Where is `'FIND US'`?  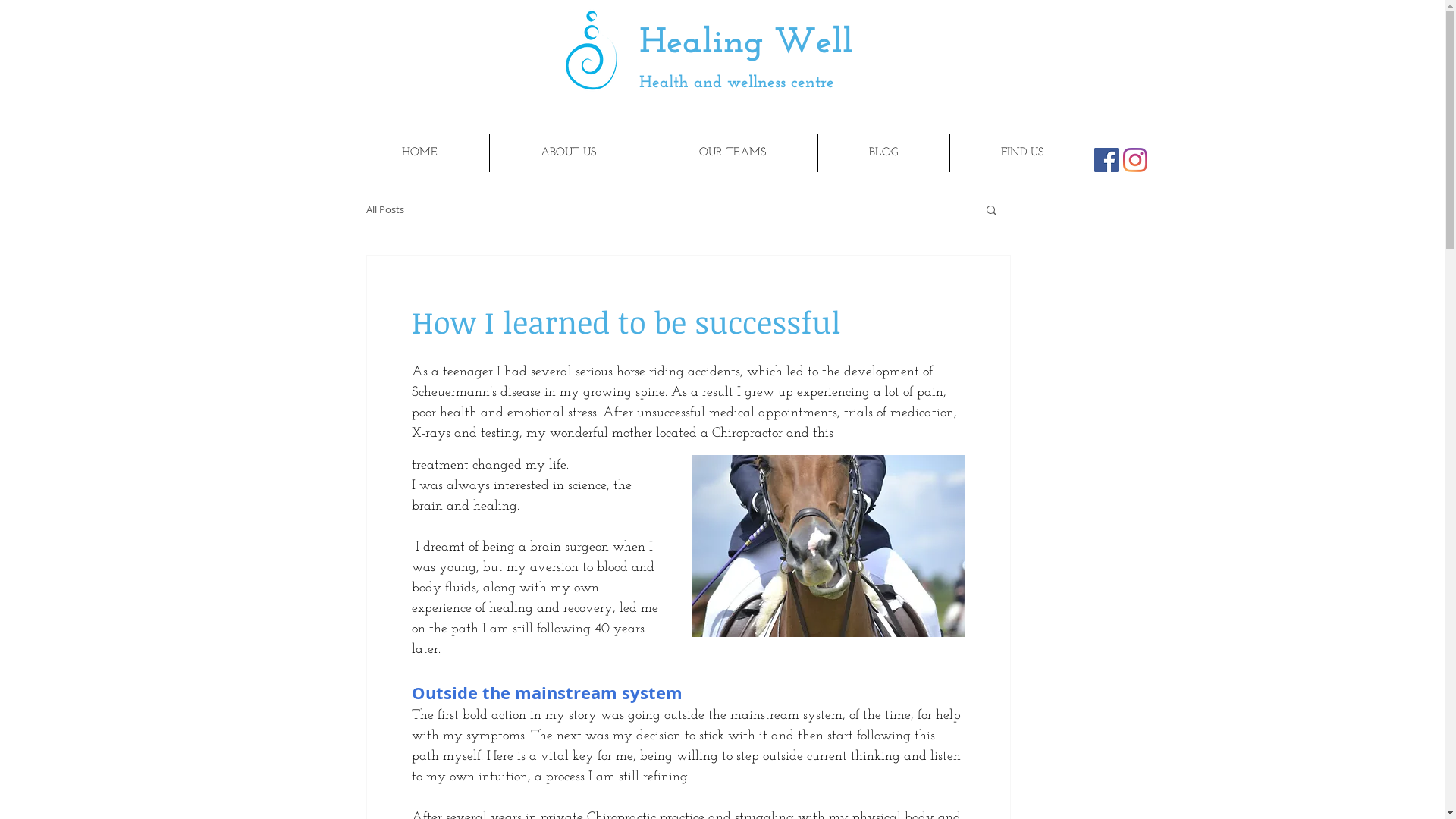
'FIND US' is located at coordinates (949, 152).